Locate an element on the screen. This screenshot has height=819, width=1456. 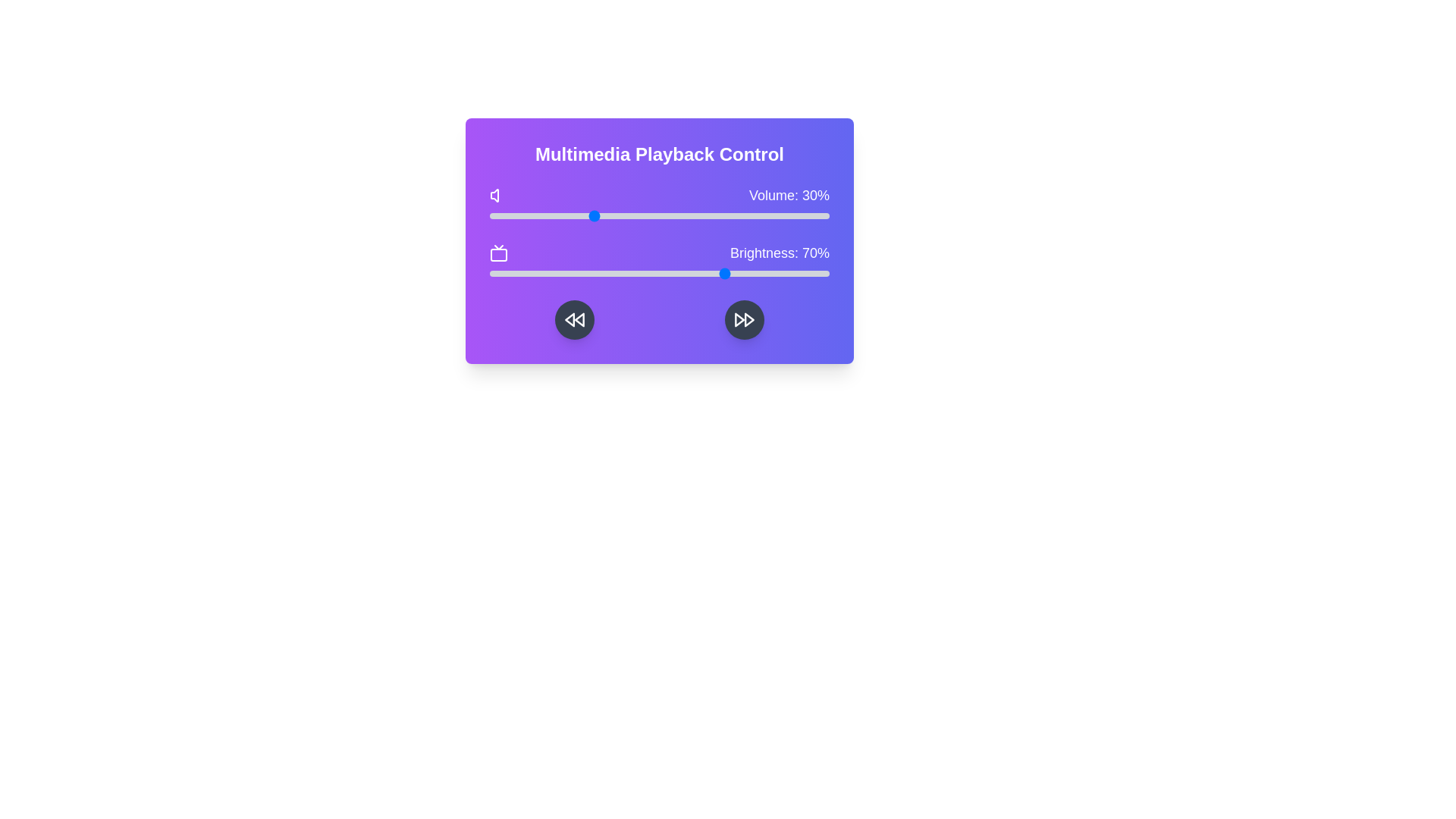
the volume slider to 1% is located at coordinates (493, 216).